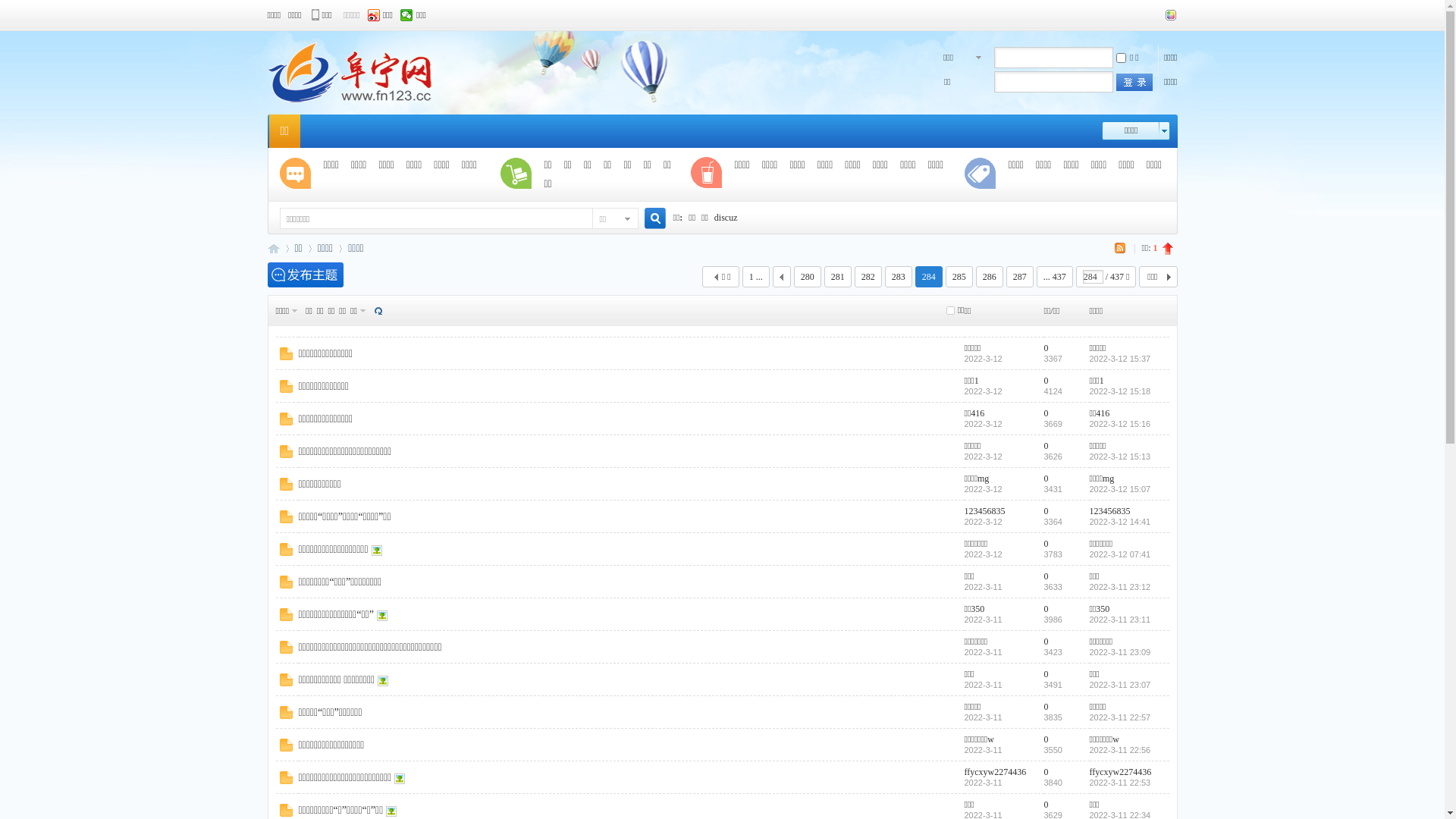 The height and width of the screenshot is (819, 1456). Describe the element at coordinates (1043, 739) in the screenshot. I see `'0'` at that location.